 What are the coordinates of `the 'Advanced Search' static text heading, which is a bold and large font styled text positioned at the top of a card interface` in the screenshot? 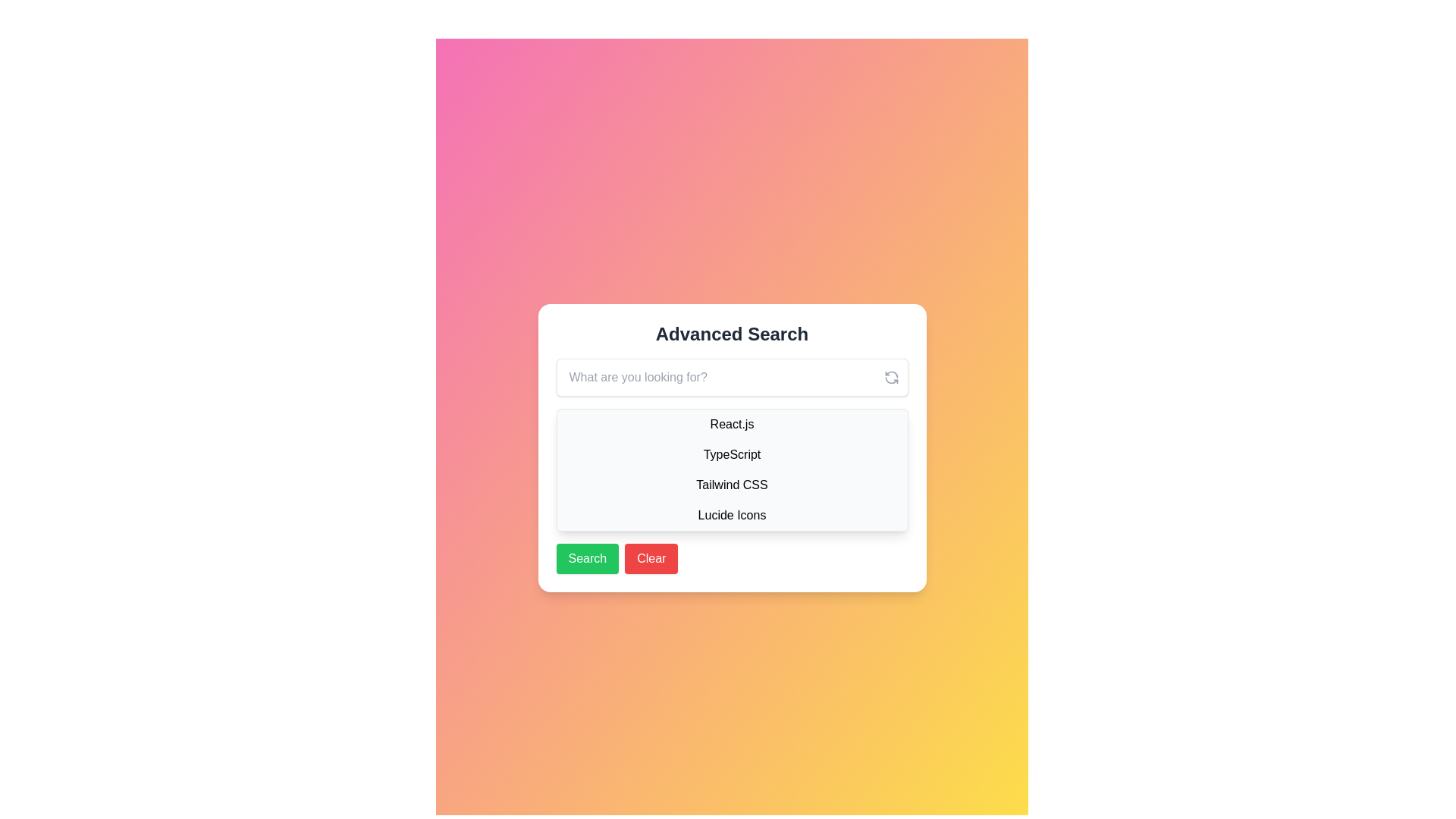 It's located at (732, 333).